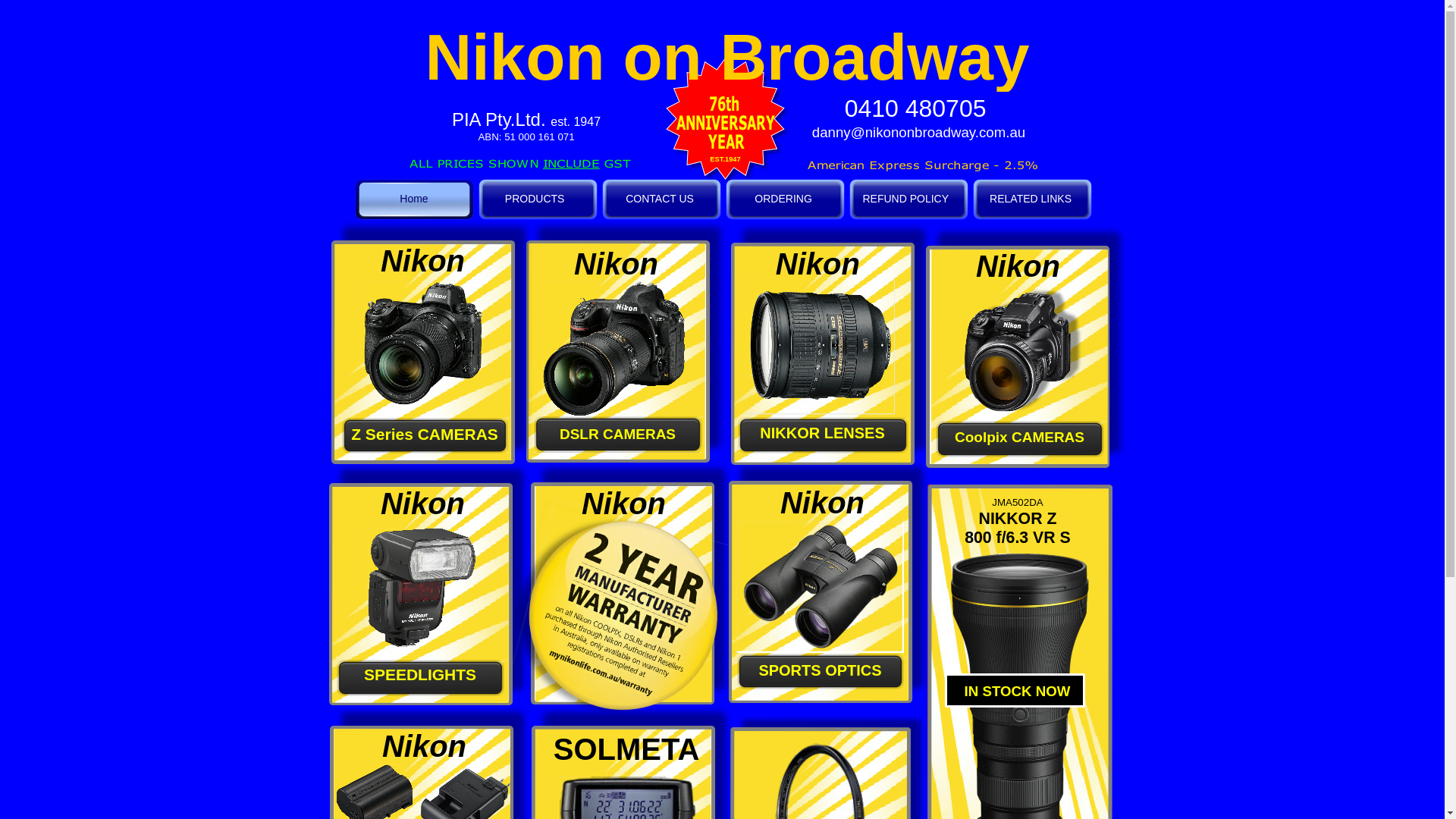 This screenshot has height=819, width=1456. What do you see at coordinates (475, 198) in the screenshot?
I see `'PRODUCTS  '` at bounding box center [475, 198].